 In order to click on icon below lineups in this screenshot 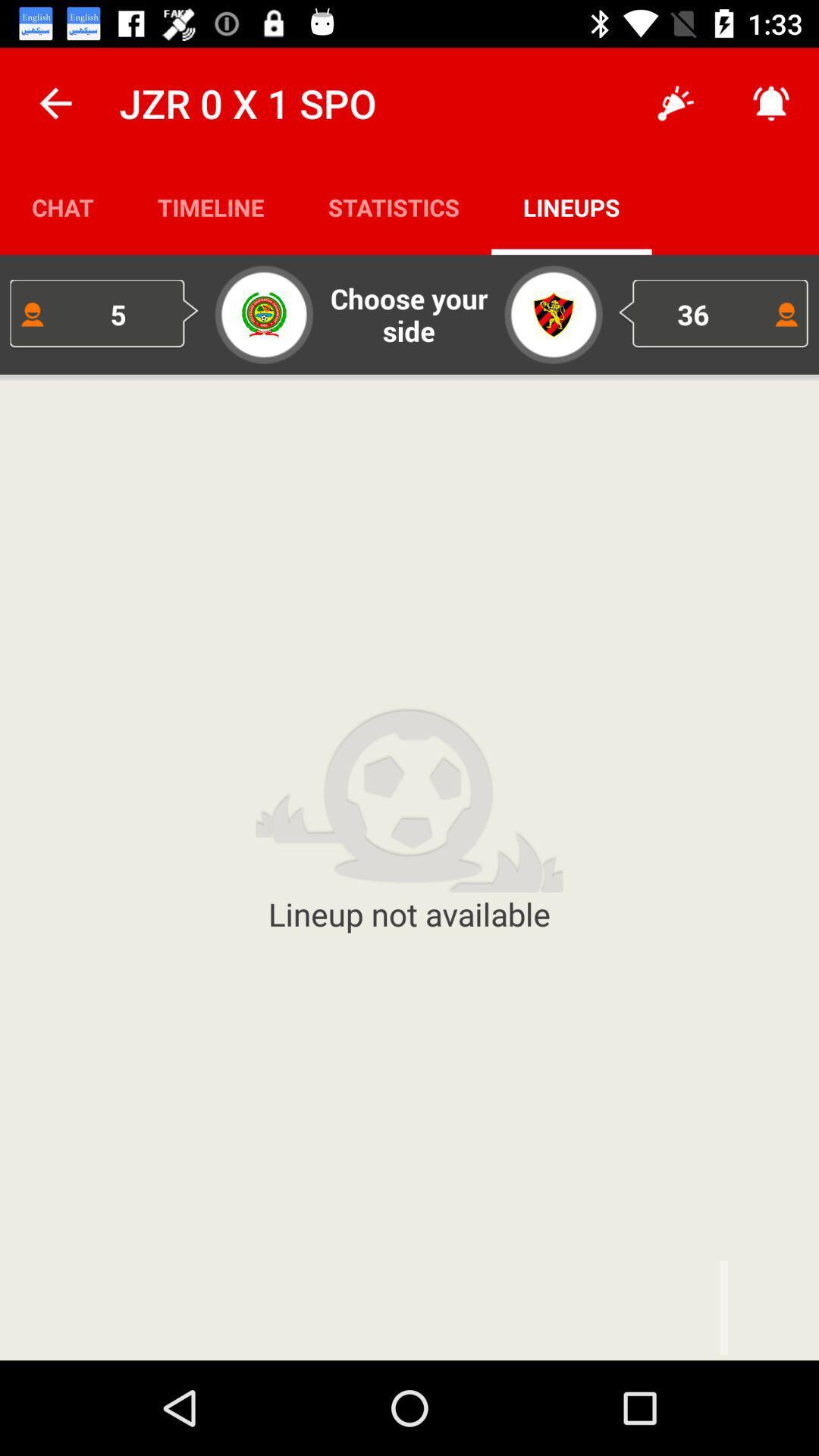, I will do `click(714, 313)`.